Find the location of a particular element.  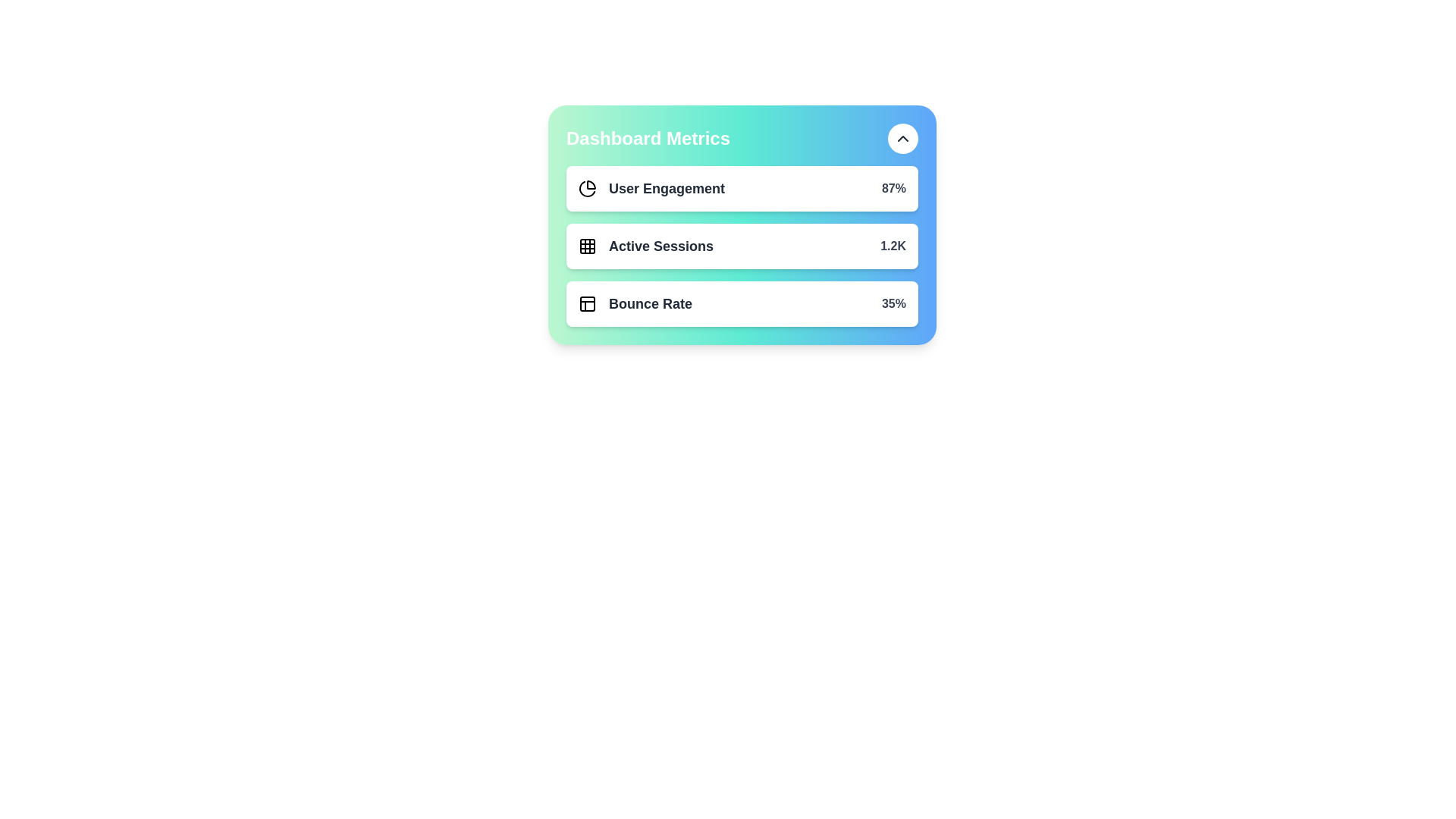

the metric item Bounce Rate to observe the hover effect is located at coordinates (742, 304).